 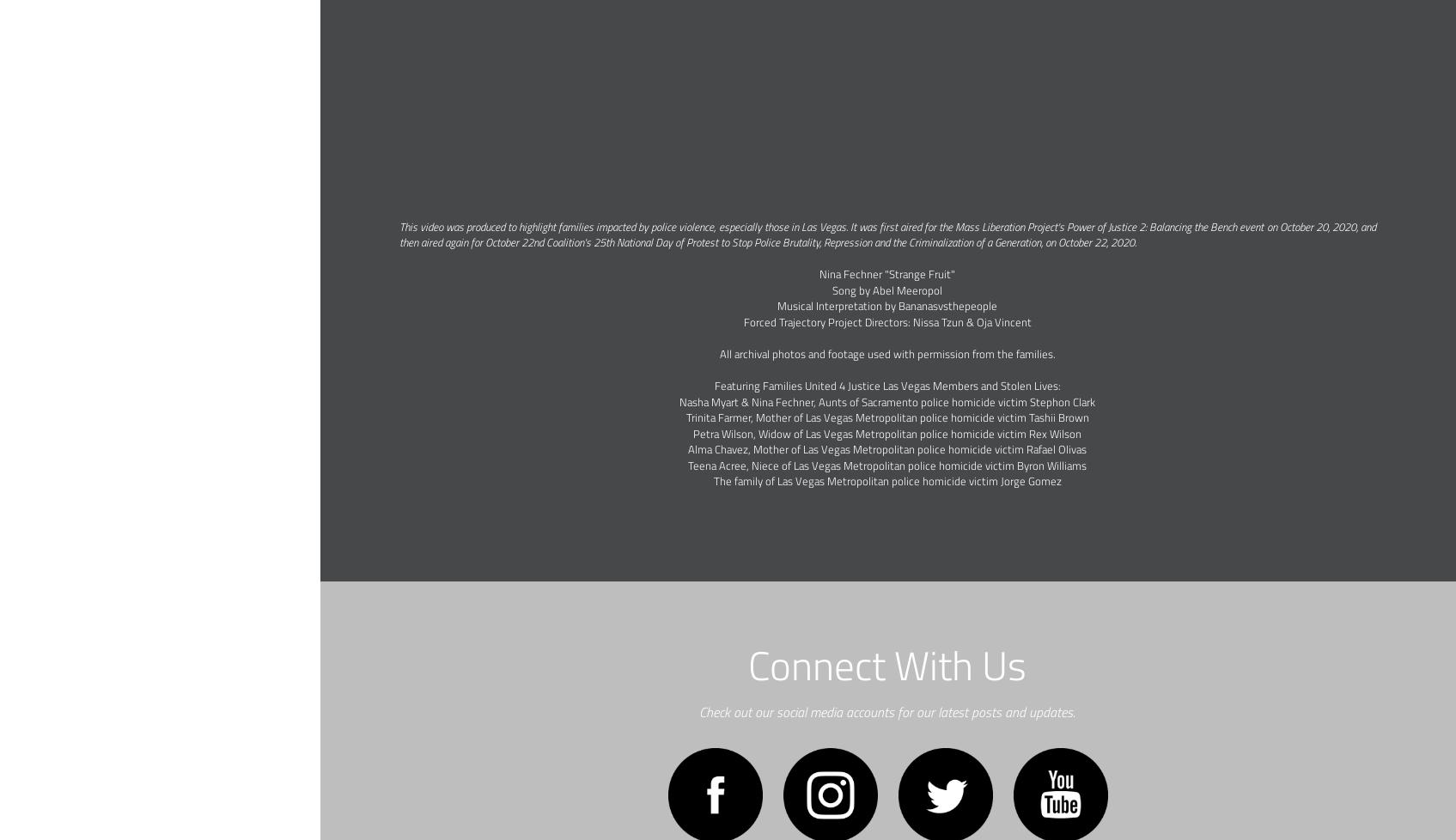 What do you see at coordinates (886, 710) in the screenshot?
I see `'Check out our social media accounts for our latest posts and updates.'` at bounding box center [886, 710].